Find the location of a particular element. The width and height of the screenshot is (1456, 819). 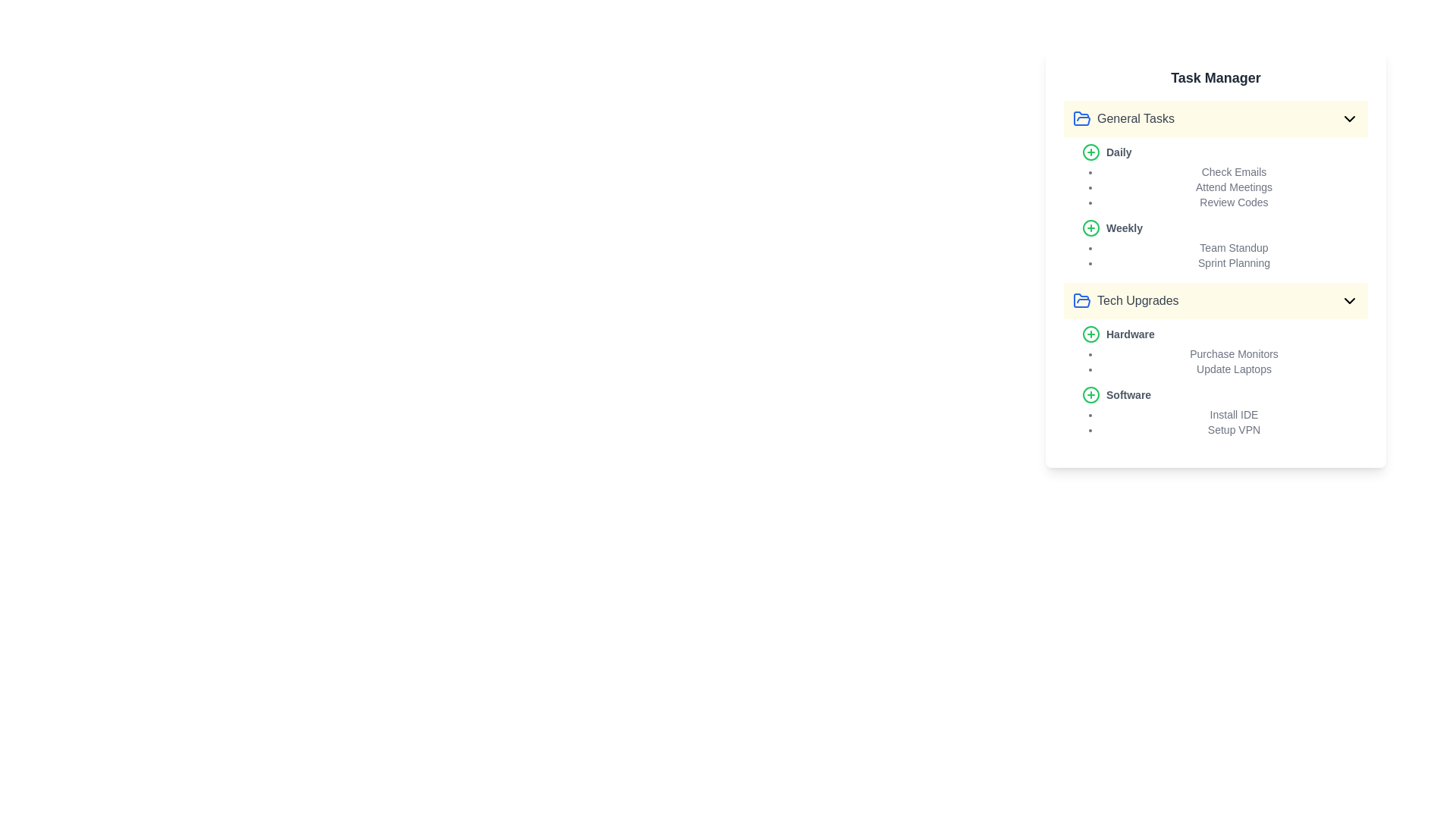

the bulleted list item displaying 'Install IDE' and 'Setup VPN' in the 'Software' section of the 'Tech Upgrades' category in the 'Task Manager' interface is located at coordinates (1225, 422).